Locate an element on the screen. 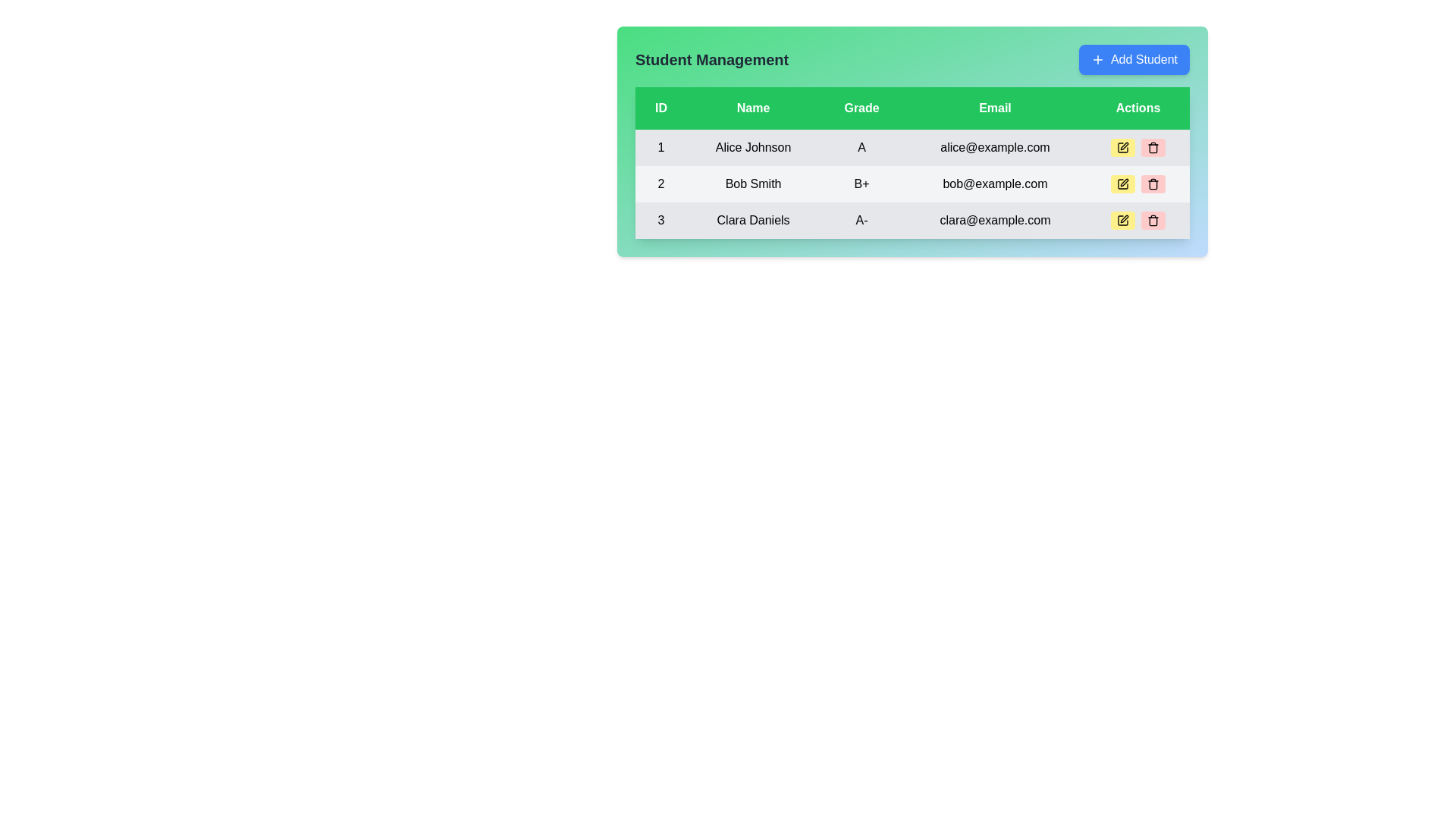  the second row in the Student Management table, which represents a student's data is located at coordinates (912, 184).